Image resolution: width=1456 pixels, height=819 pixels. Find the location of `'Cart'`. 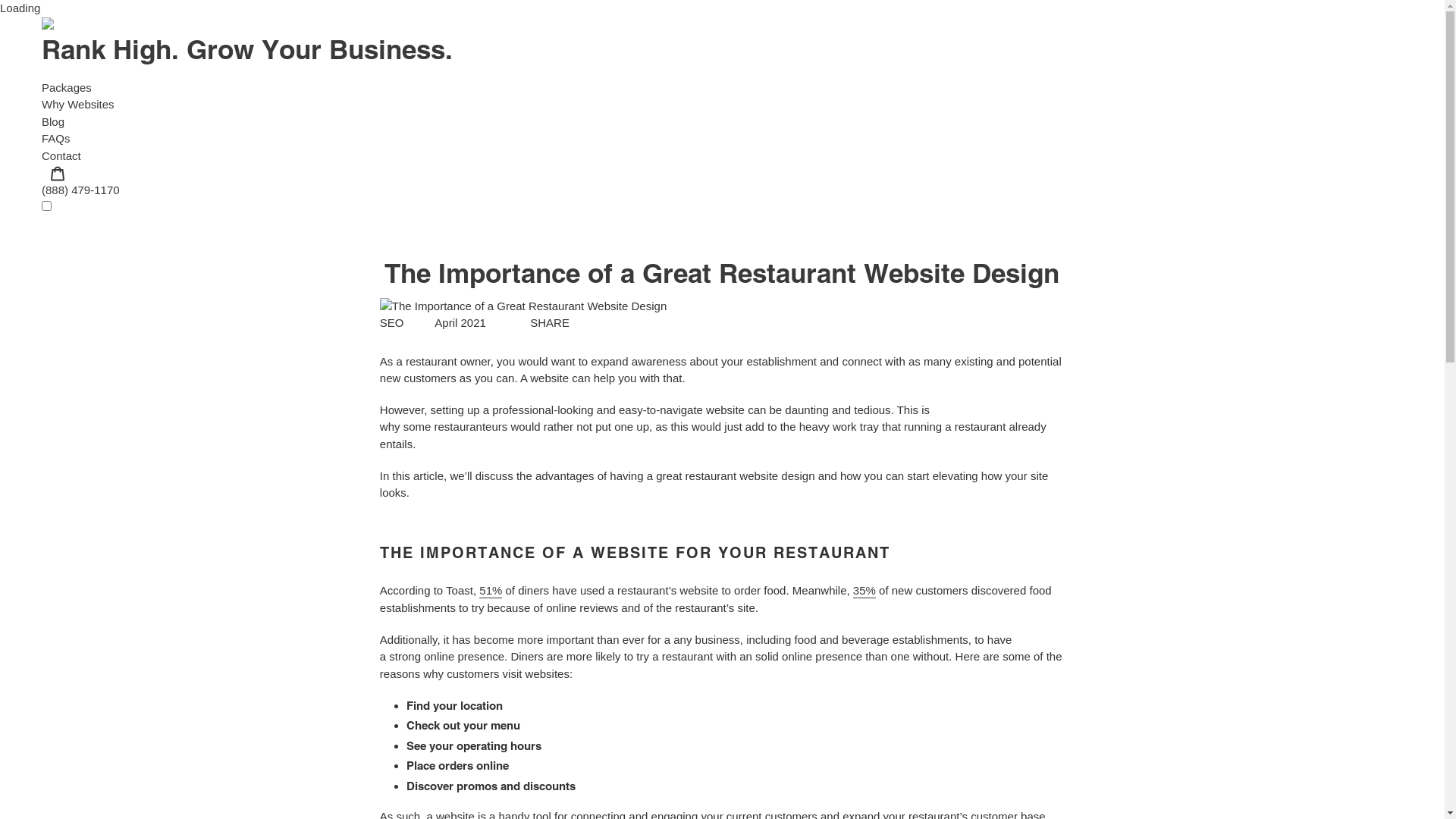

'Cart' is located at coordinates (58, 171).